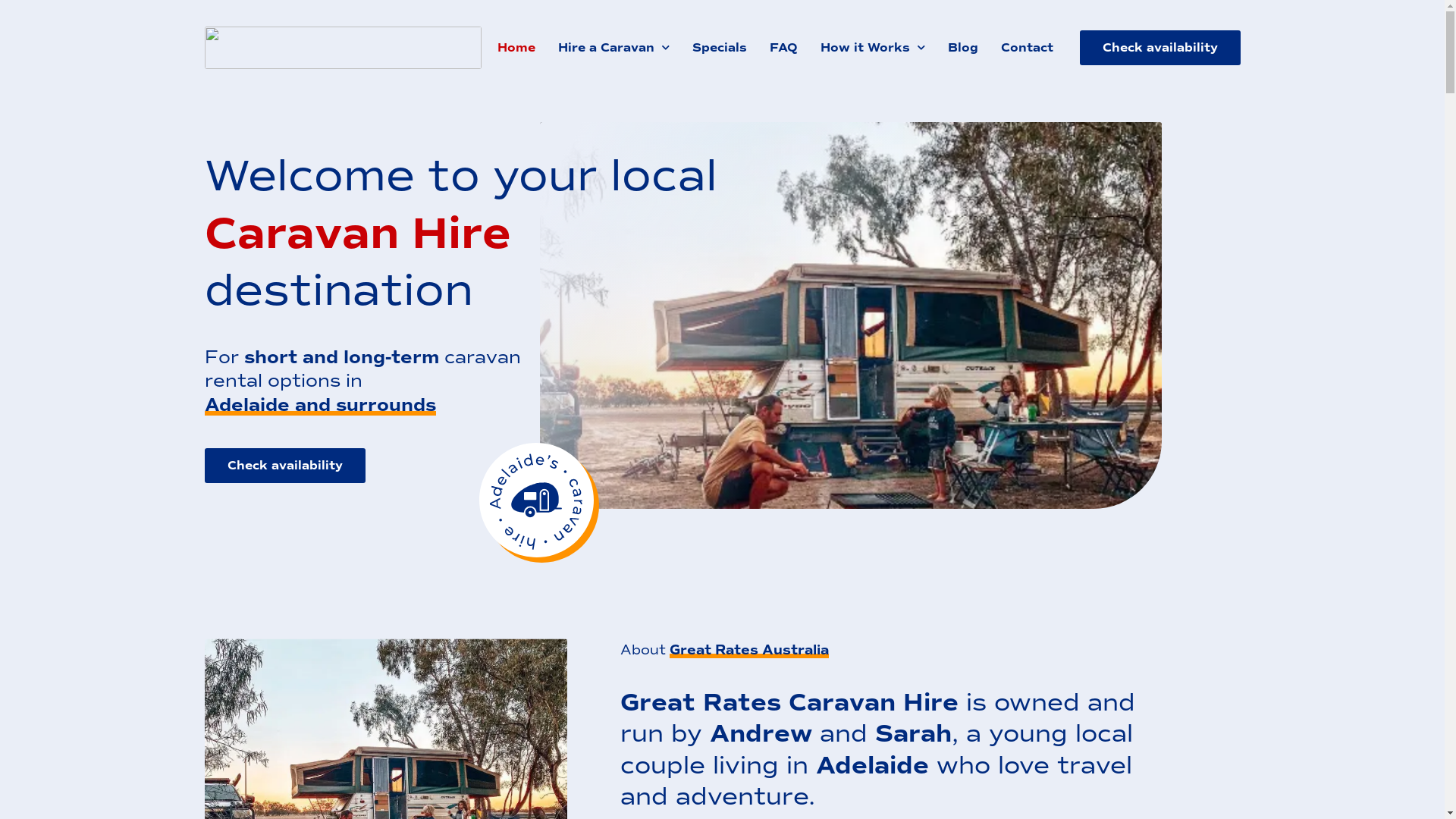 Image resolution: width=1456 pixels, height=819 pixels. What do you see at coordinates (719, 46) in the screenshot?
I see `'Specials'` at bounding box center [719, 46].